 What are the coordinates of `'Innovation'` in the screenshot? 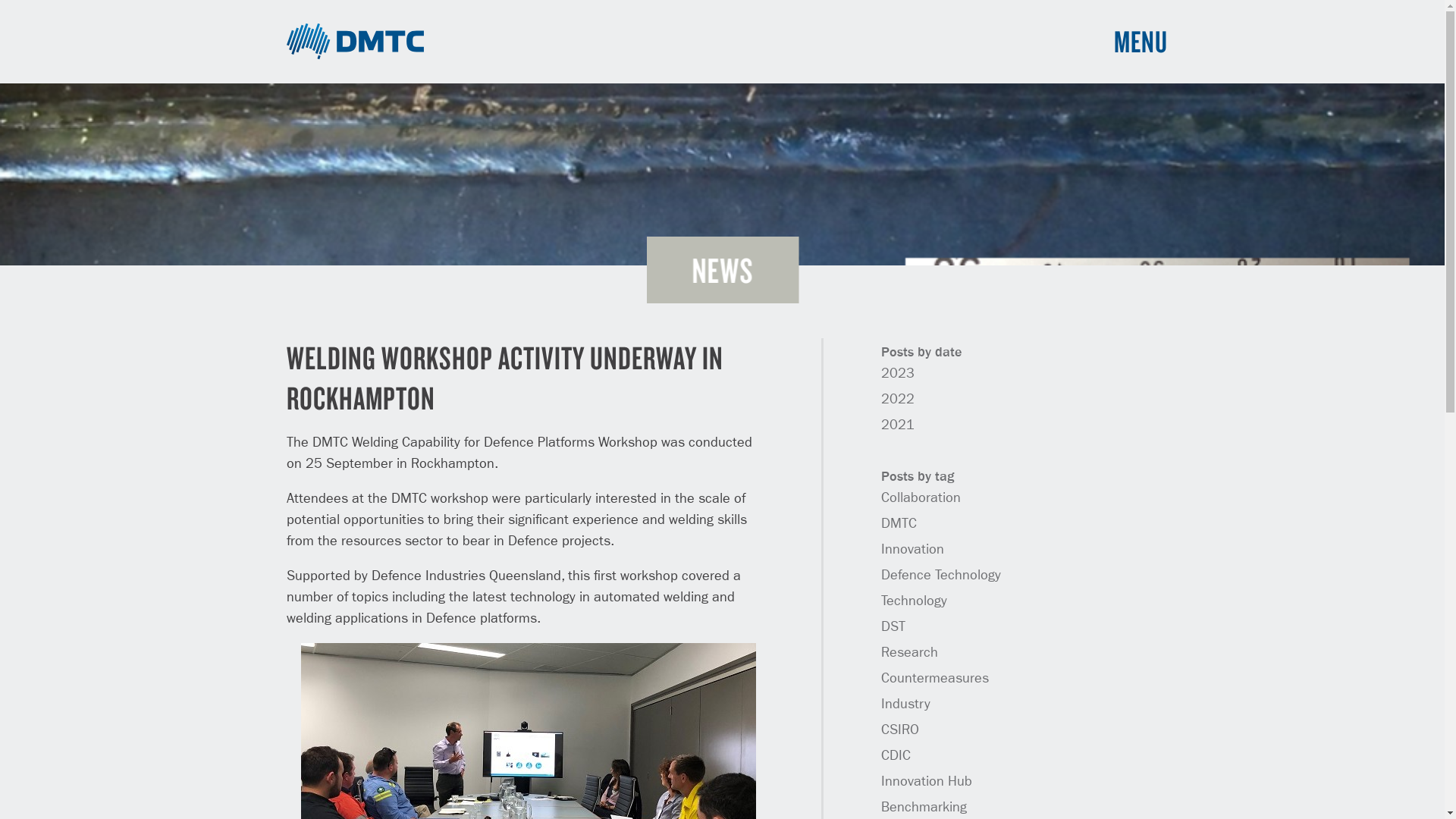 It's located at (912, 550).